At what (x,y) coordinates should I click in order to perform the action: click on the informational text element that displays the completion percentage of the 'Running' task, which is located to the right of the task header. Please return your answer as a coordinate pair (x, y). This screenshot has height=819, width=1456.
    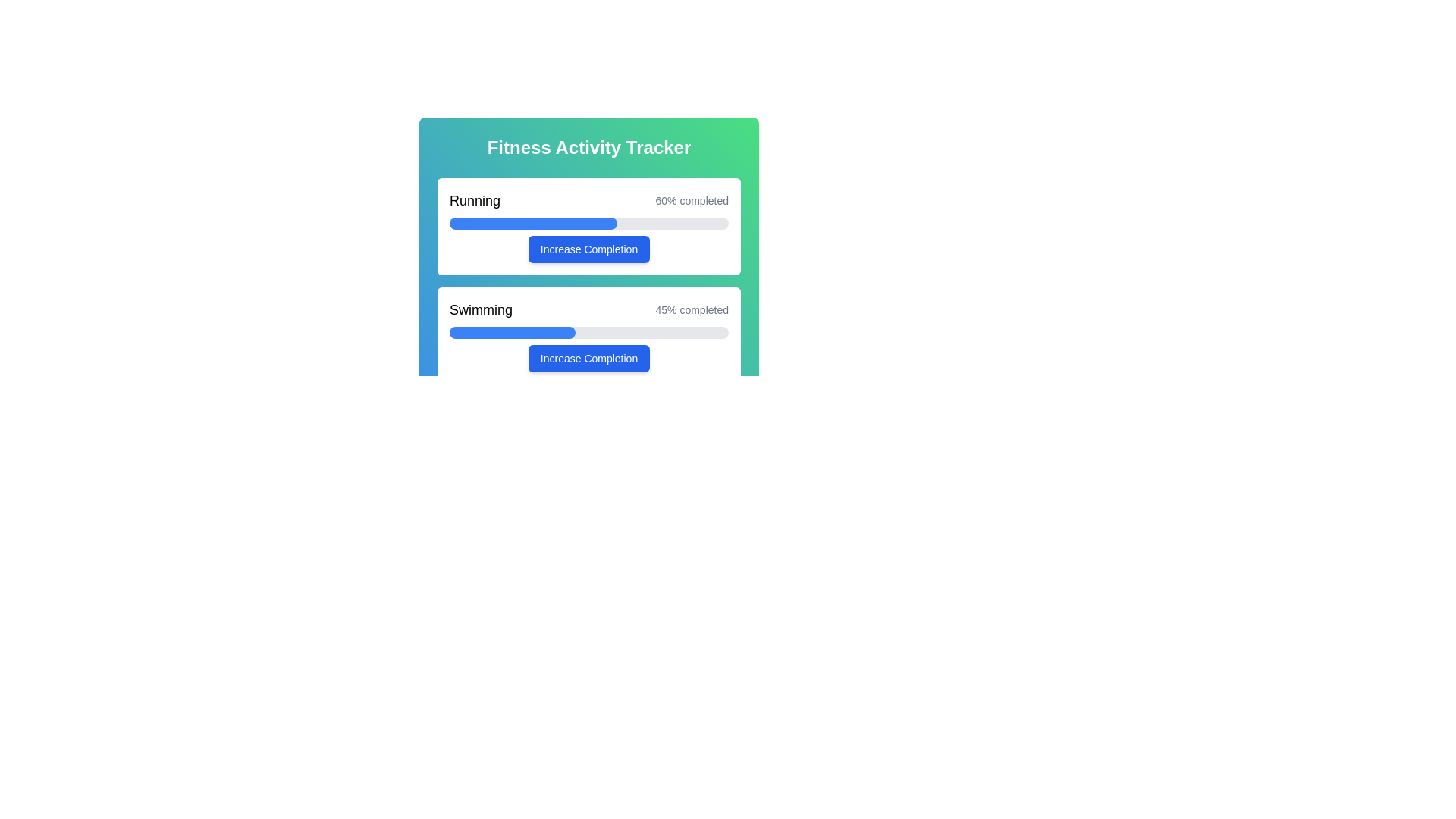
    Looking at the image, I should click on (691, 200).